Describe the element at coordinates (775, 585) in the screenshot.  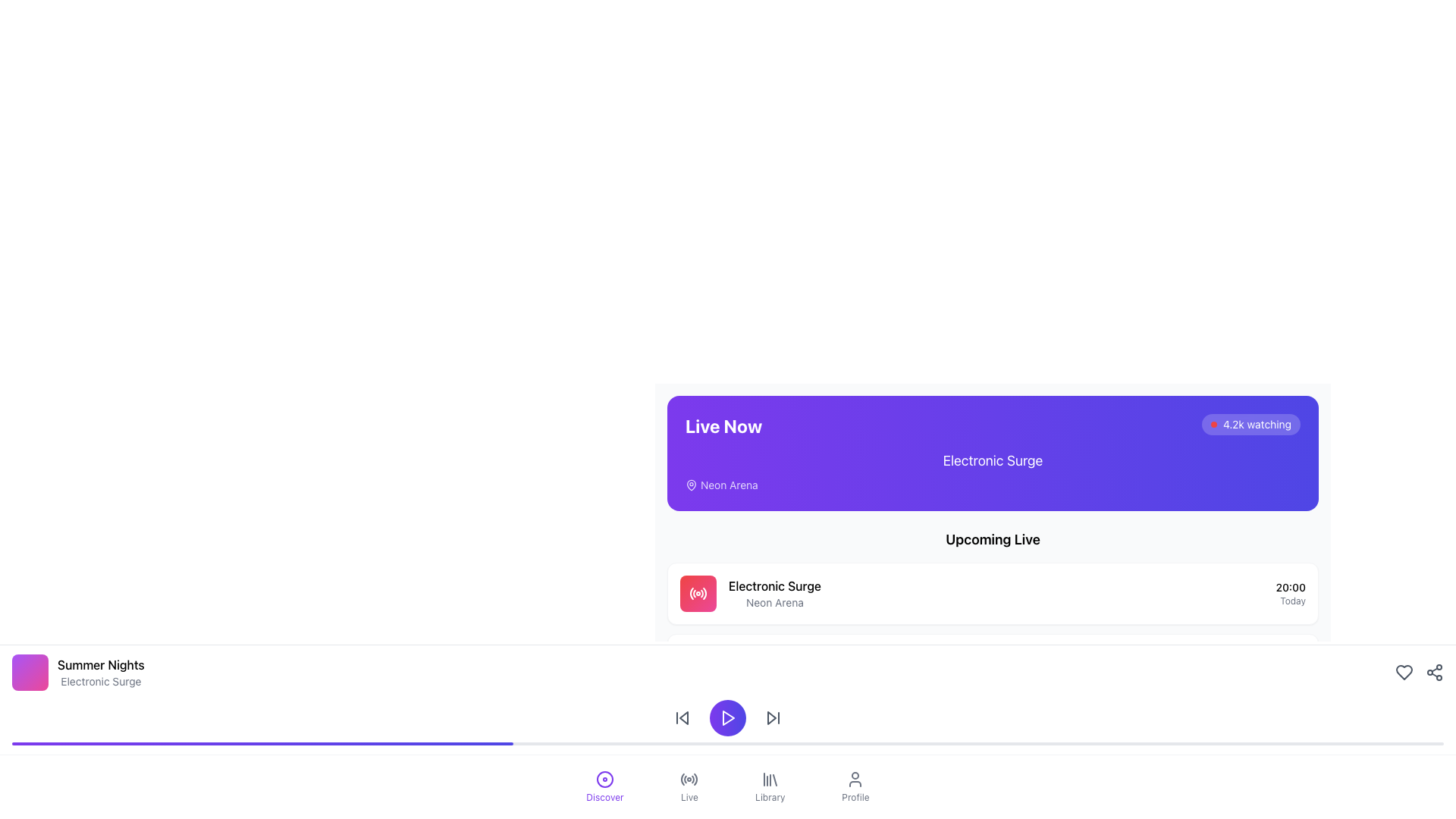
I see `'Electronic Surge' text label, which is styled with medium font weight and located below the 'Live Now' purple banner, for debugging purposes` at that location.